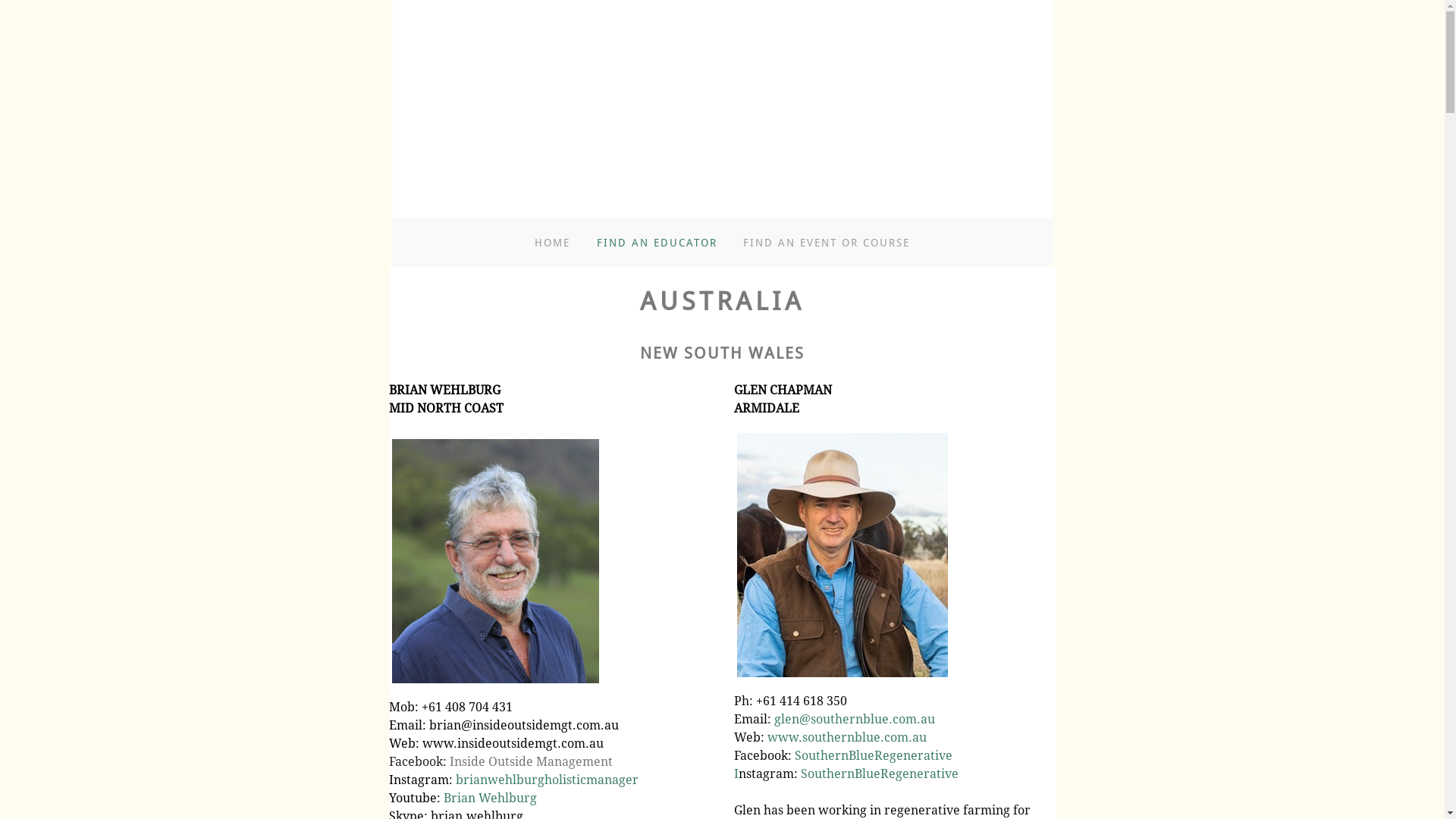  Describe the element at coordinates (825, 242) in the screenshot. I see `'FIND AN EVENT OR COURSE'` at that location.